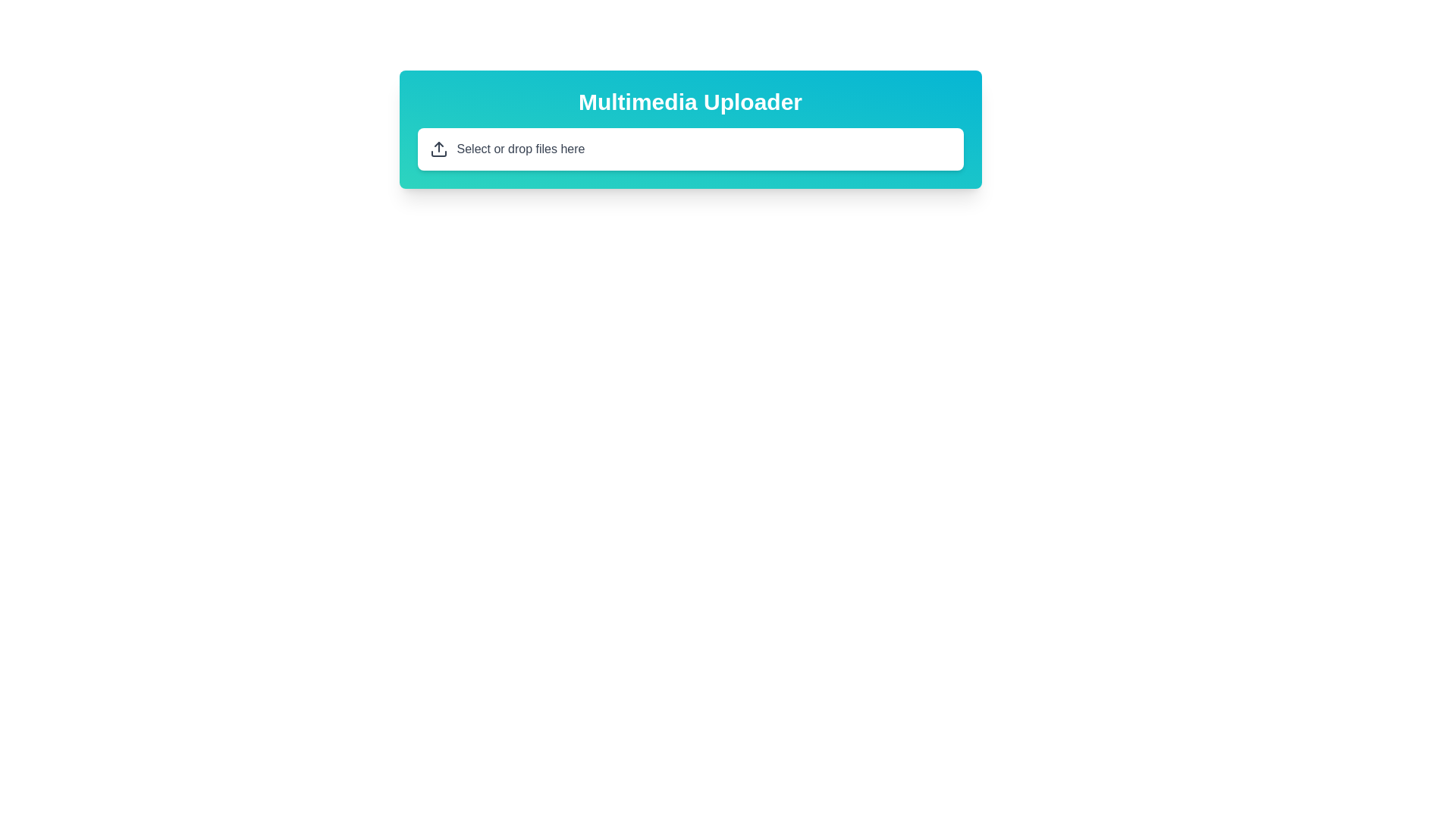  Describe the element at coordinates (438, 149) in the screenshot. I see `the upload icon located on the left side of the rectangular area containing the text 'Select or drop files here.'` at that location.